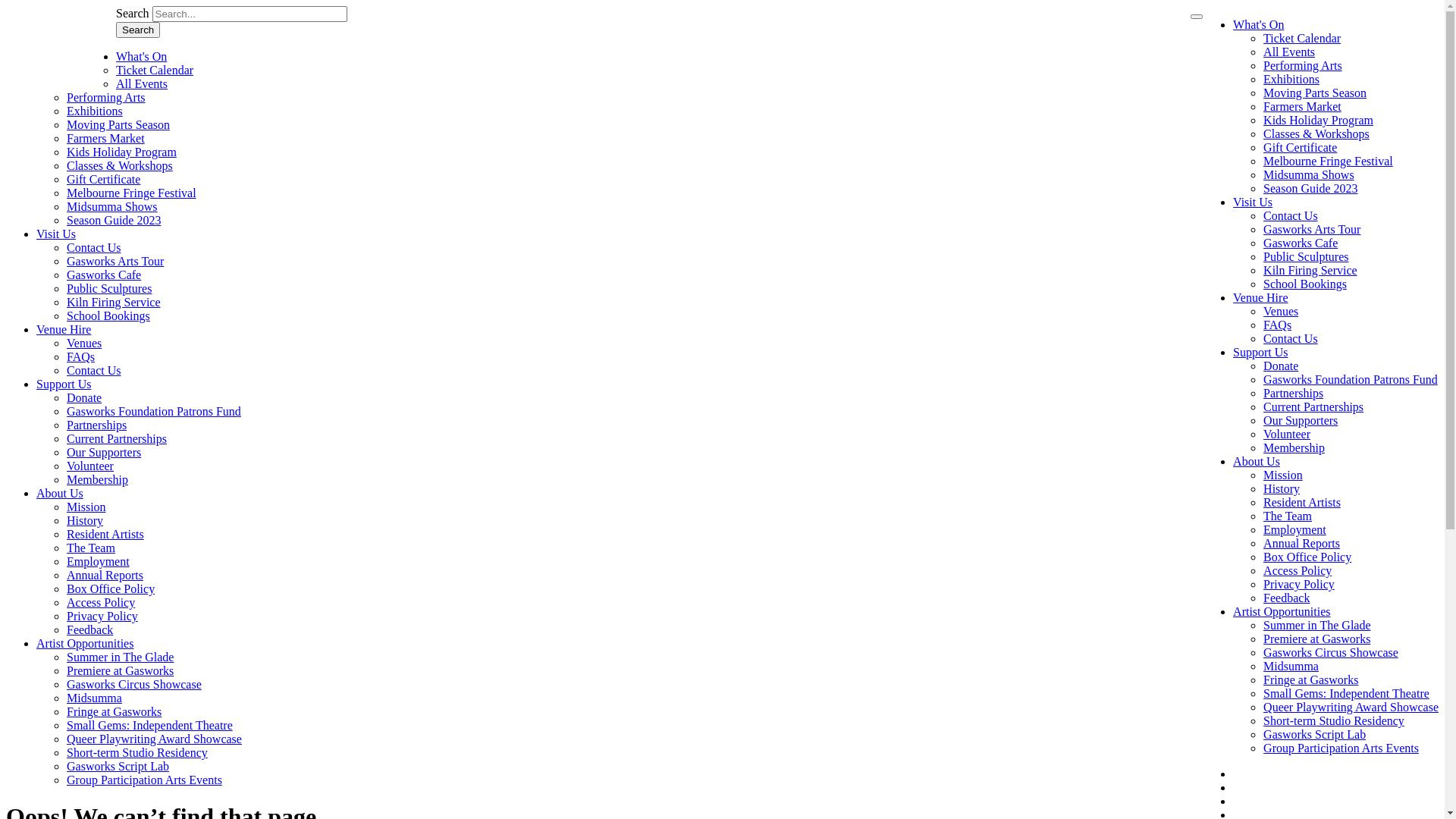  What do you see at coordinates (65, 684) in the screenshot?
I see `'Gasworks Circus Showcase'` at bounding box center [65, 684].